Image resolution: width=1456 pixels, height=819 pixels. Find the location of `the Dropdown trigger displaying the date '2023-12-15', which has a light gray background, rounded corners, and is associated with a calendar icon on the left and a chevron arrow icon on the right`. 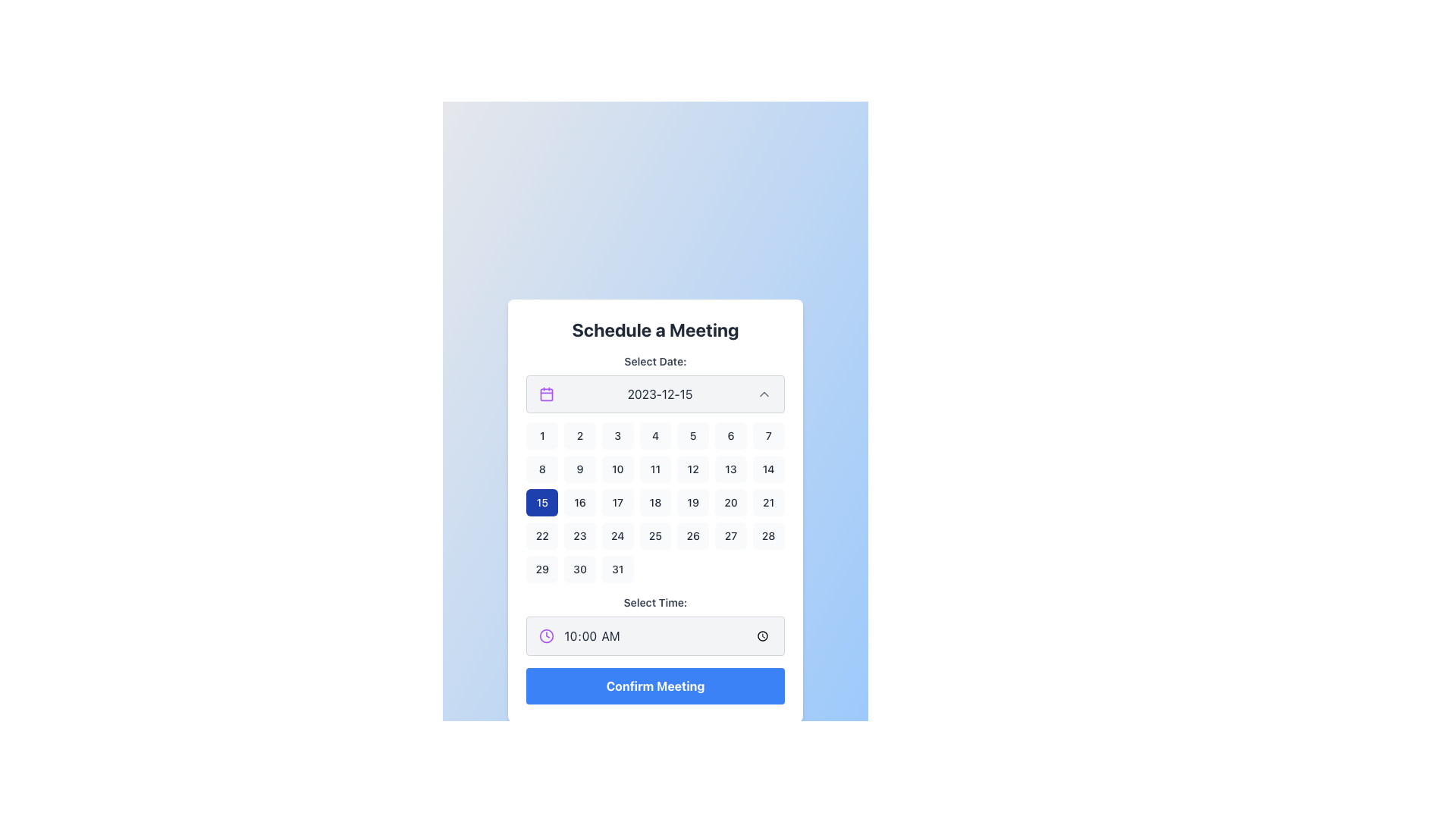

the Dropdown trigger displaying the date '2023-12-15', which has a light gray background, rounded corners, and is associated with a calendar icon on the left and a chevron arrow icon on the right is located at coordinates (655, 394).